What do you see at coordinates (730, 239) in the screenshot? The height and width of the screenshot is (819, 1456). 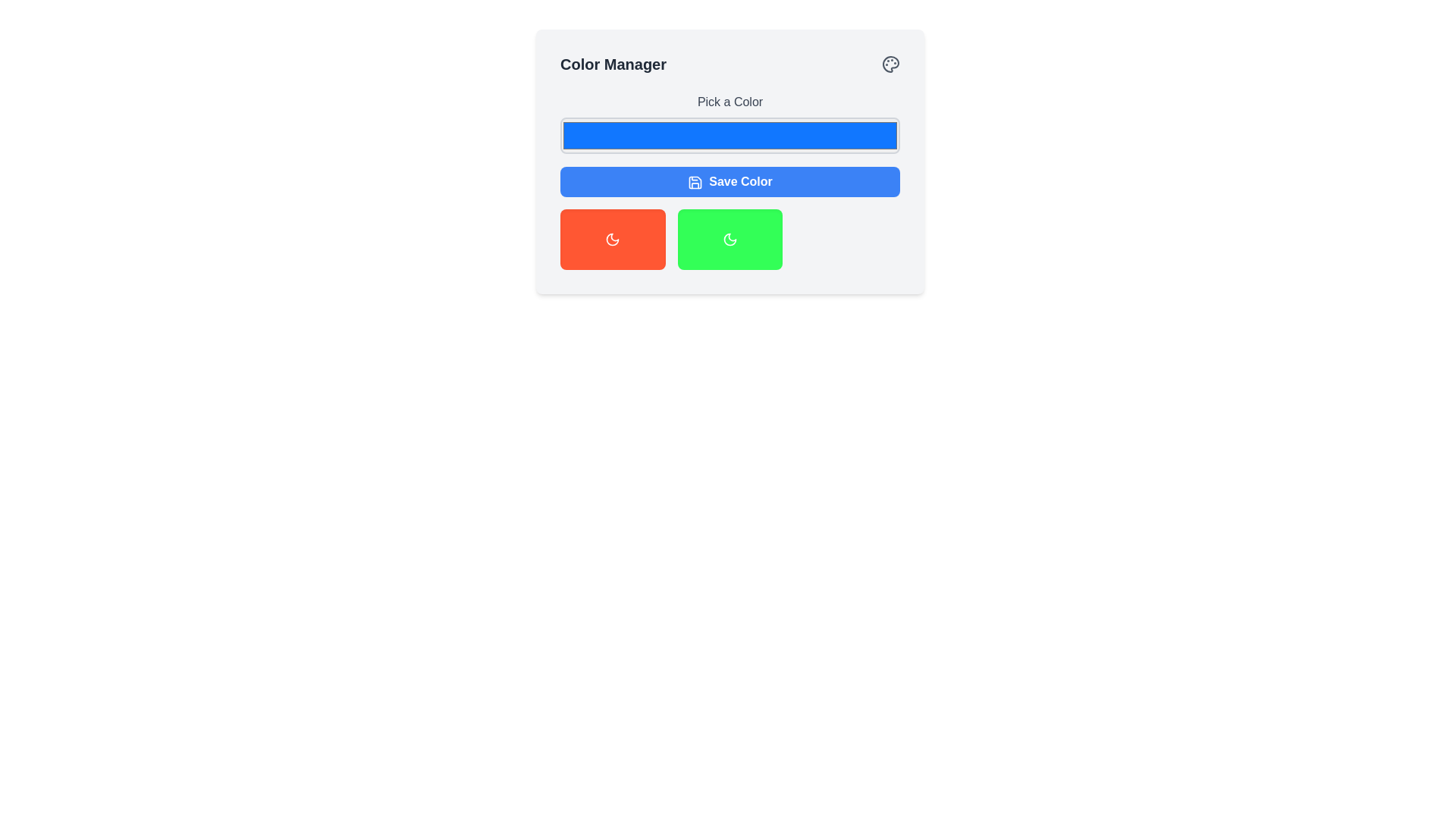 I see `the crescent moon icon with a white outline on a green background located at the bottom-right of the interface` at bounding box center [730, 239].